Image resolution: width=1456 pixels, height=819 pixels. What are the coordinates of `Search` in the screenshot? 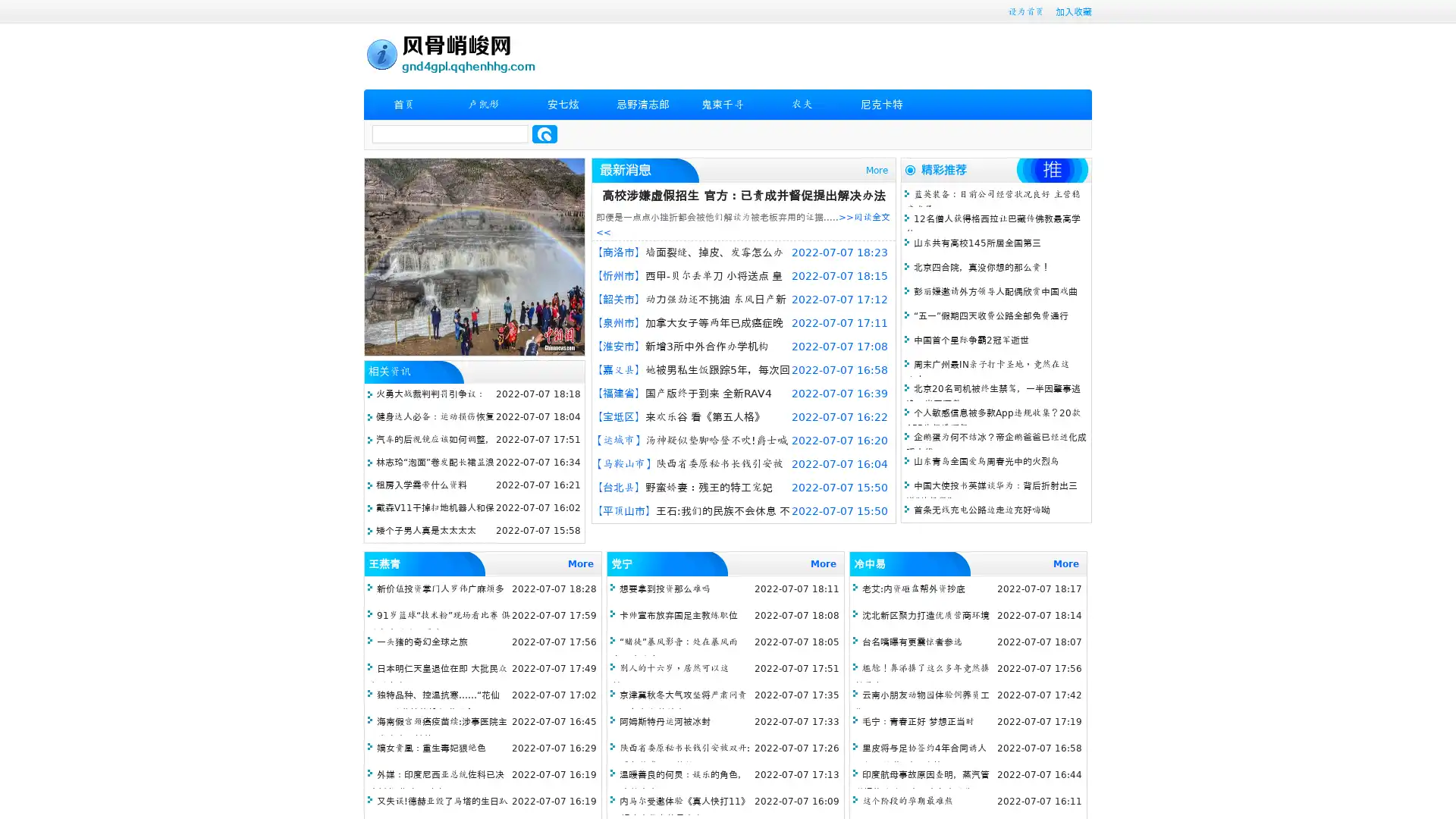 It's located at (544, 133).